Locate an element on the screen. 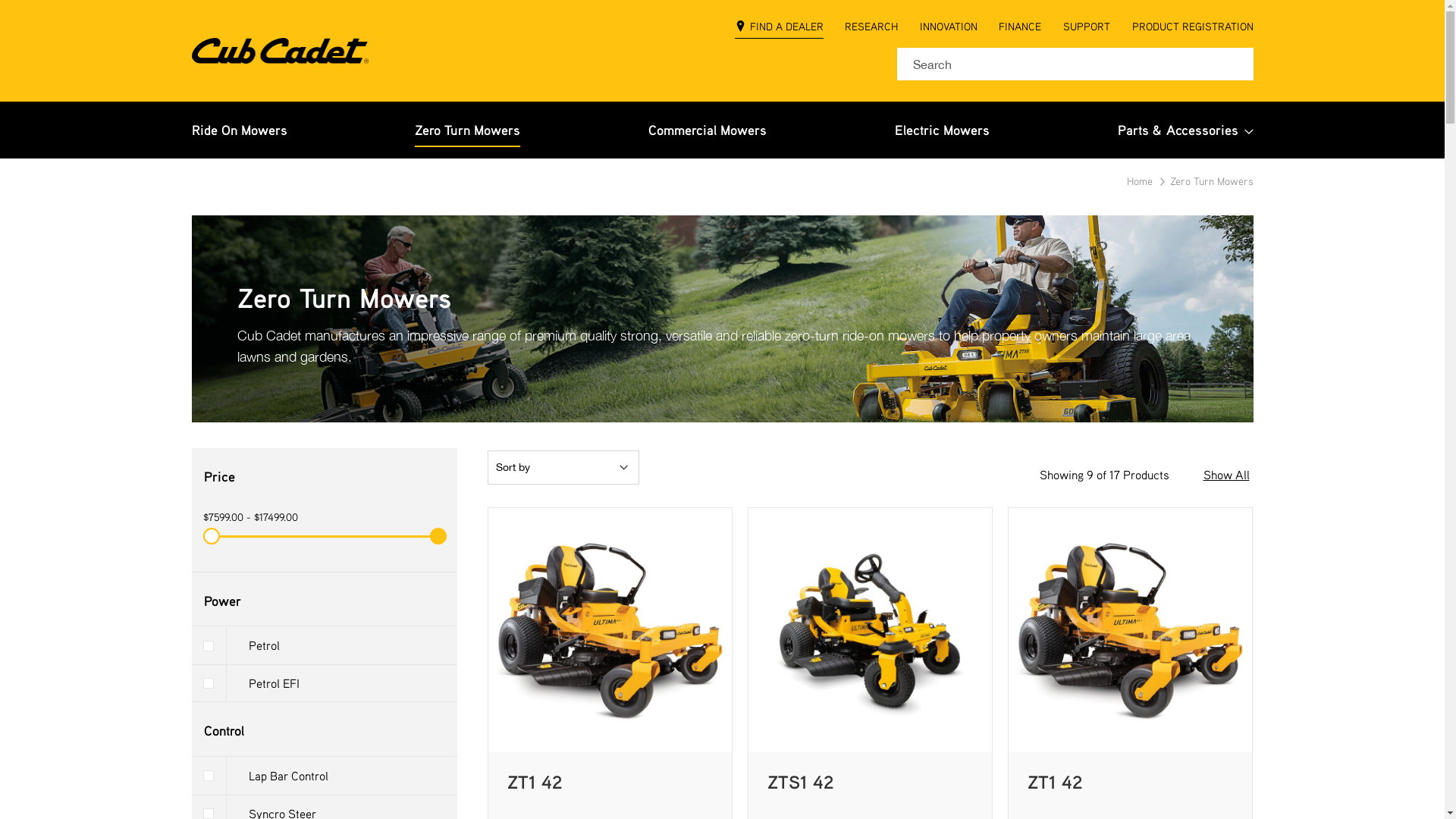 The width and height of the screenshot is (1456, 819). 'Ride On Mowers' is located at coordinates (190, 129).